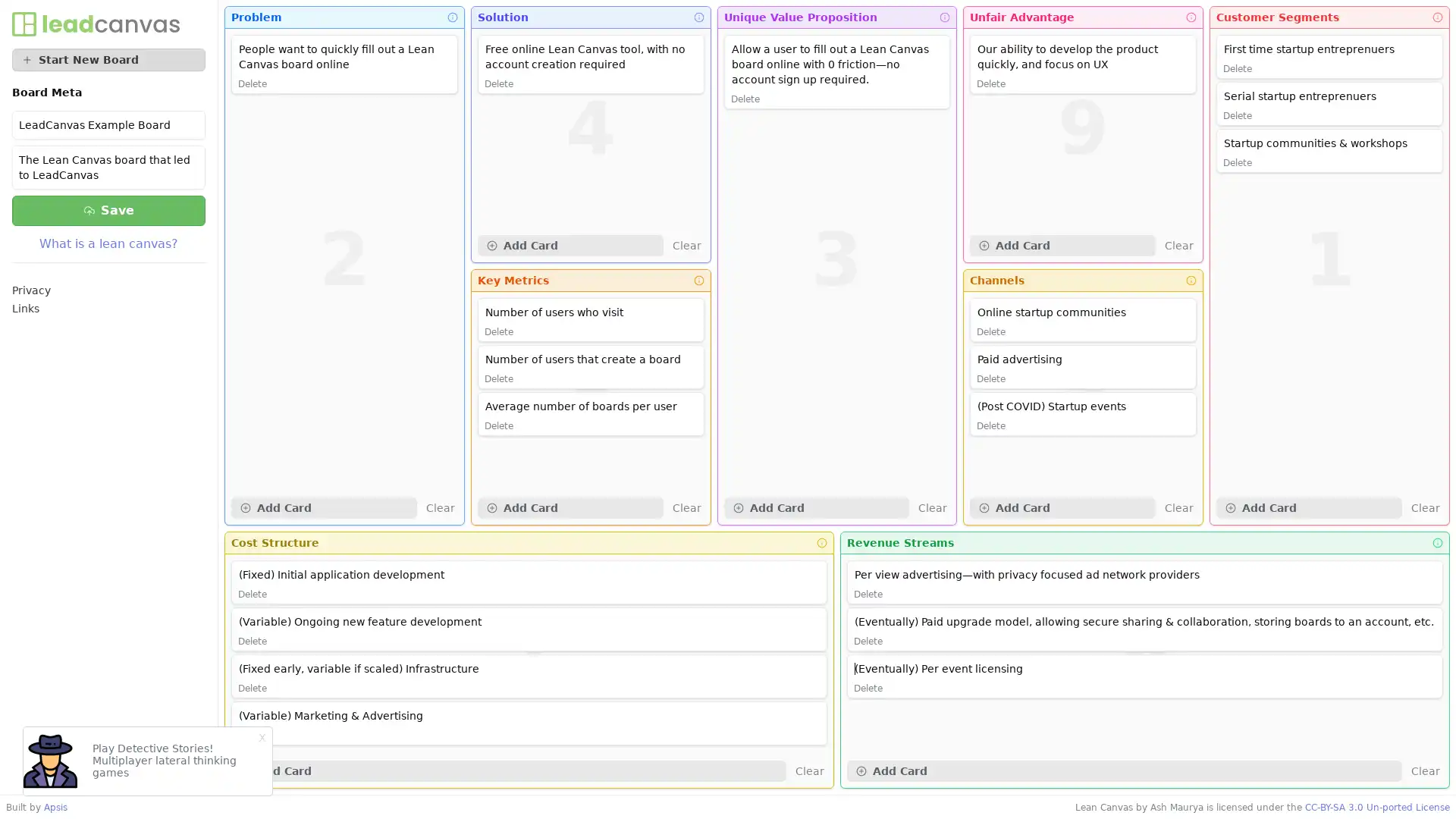 This screenshot has height=819, width=1456. I want to click on Delete, so click(252, 688).